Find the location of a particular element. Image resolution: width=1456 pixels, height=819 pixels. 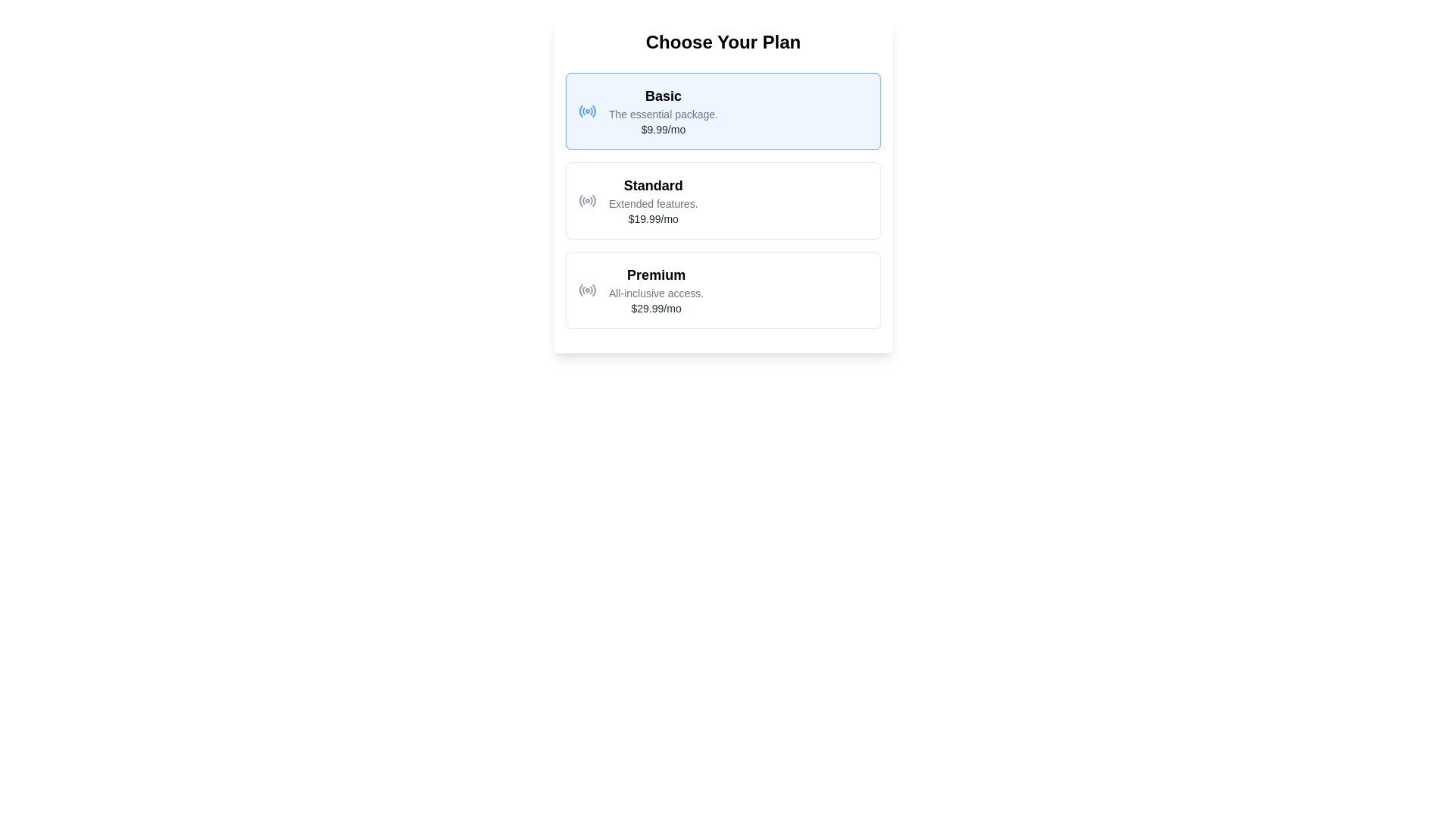

the 'Premium' subscription plan title text label, which visually distinguishes this plan from others in the subscription list is located at coordinates (656, 275).